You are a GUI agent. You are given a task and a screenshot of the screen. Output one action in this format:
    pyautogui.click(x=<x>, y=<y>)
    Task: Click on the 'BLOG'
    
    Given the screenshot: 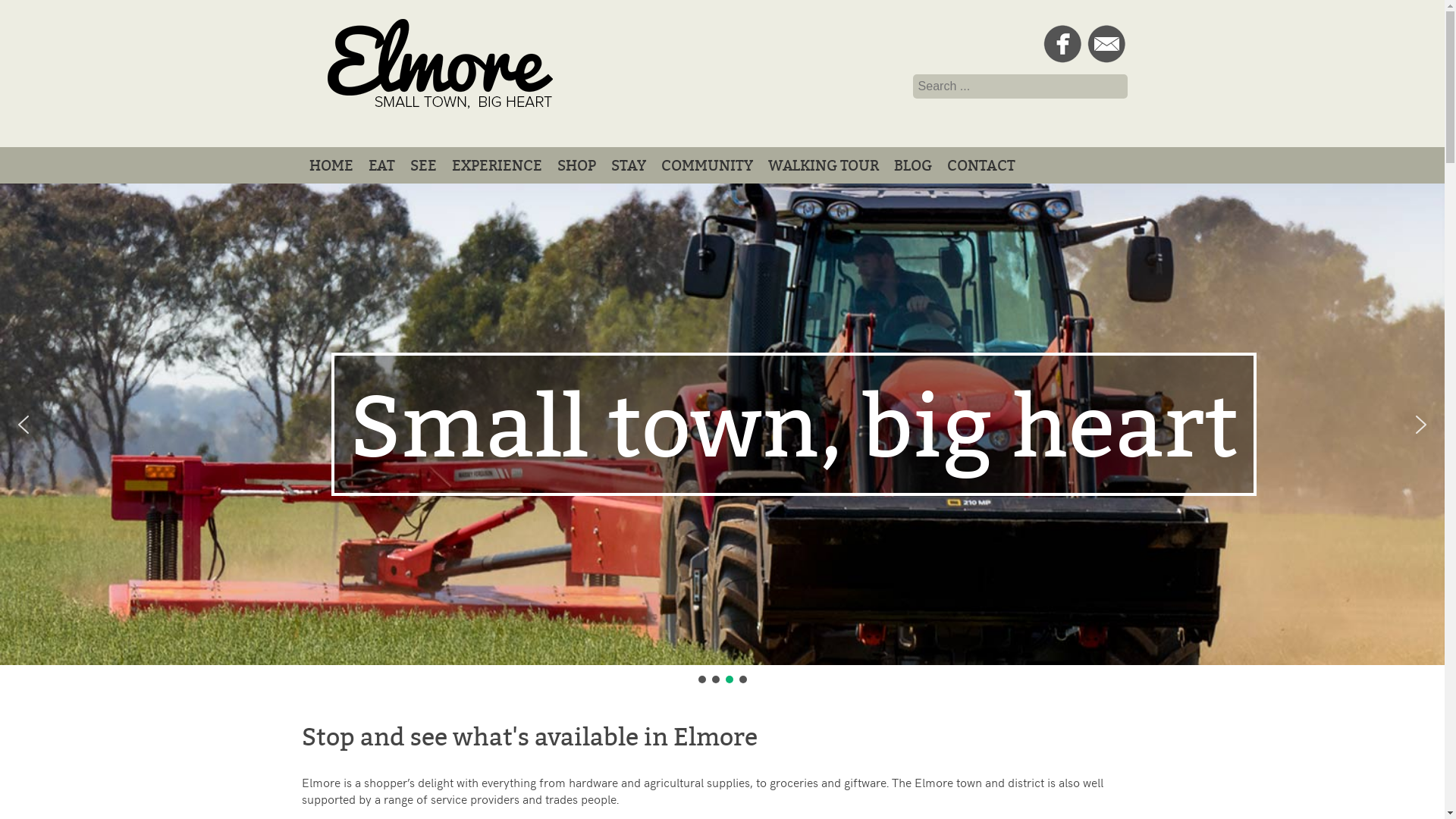 What is the action you would take?
    pyautogui.click(x=912, y=165)
    